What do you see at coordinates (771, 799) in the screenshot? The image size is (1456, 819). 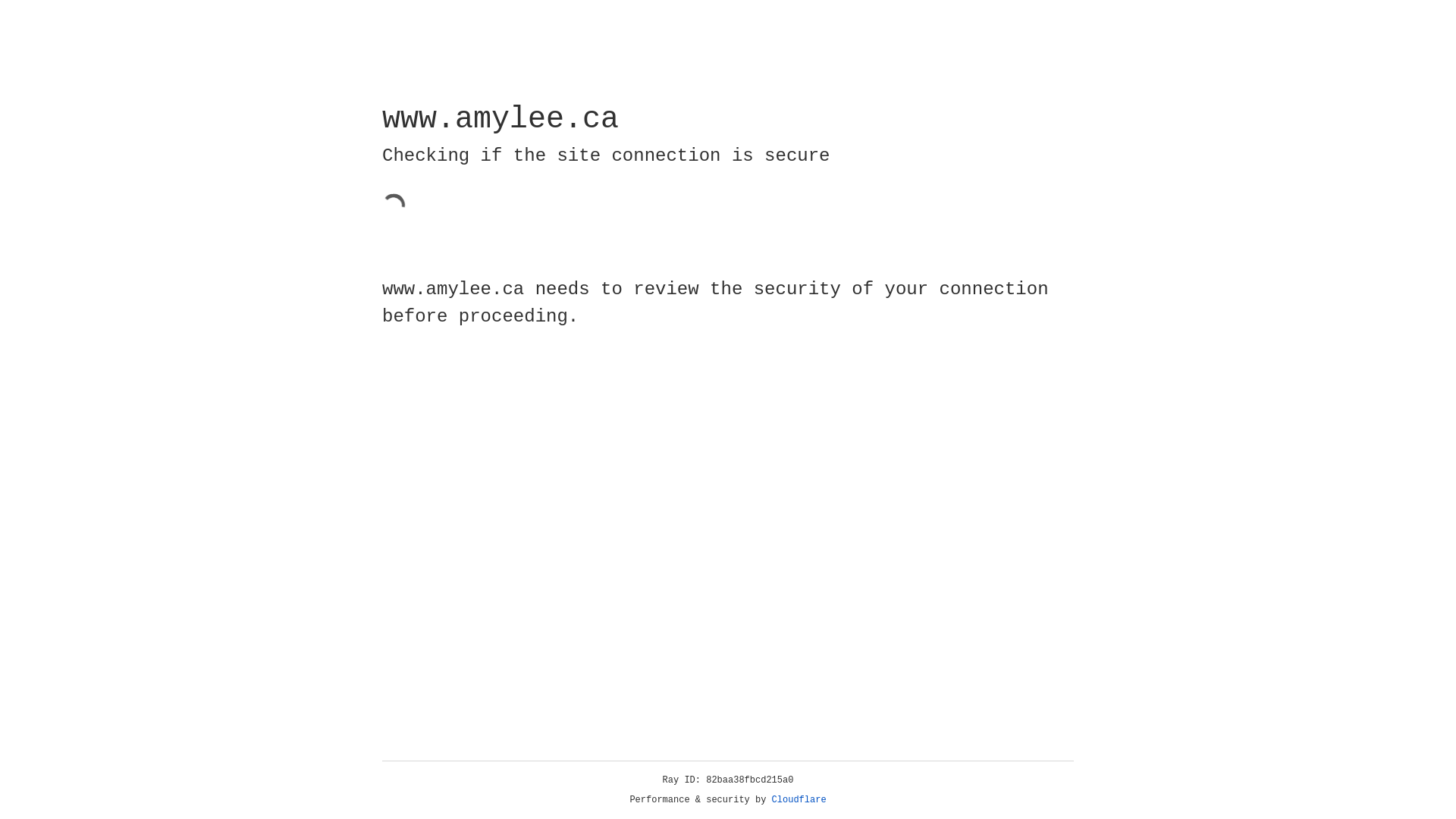 I see `'Cloudflare'` at bounding box center [771, 799].